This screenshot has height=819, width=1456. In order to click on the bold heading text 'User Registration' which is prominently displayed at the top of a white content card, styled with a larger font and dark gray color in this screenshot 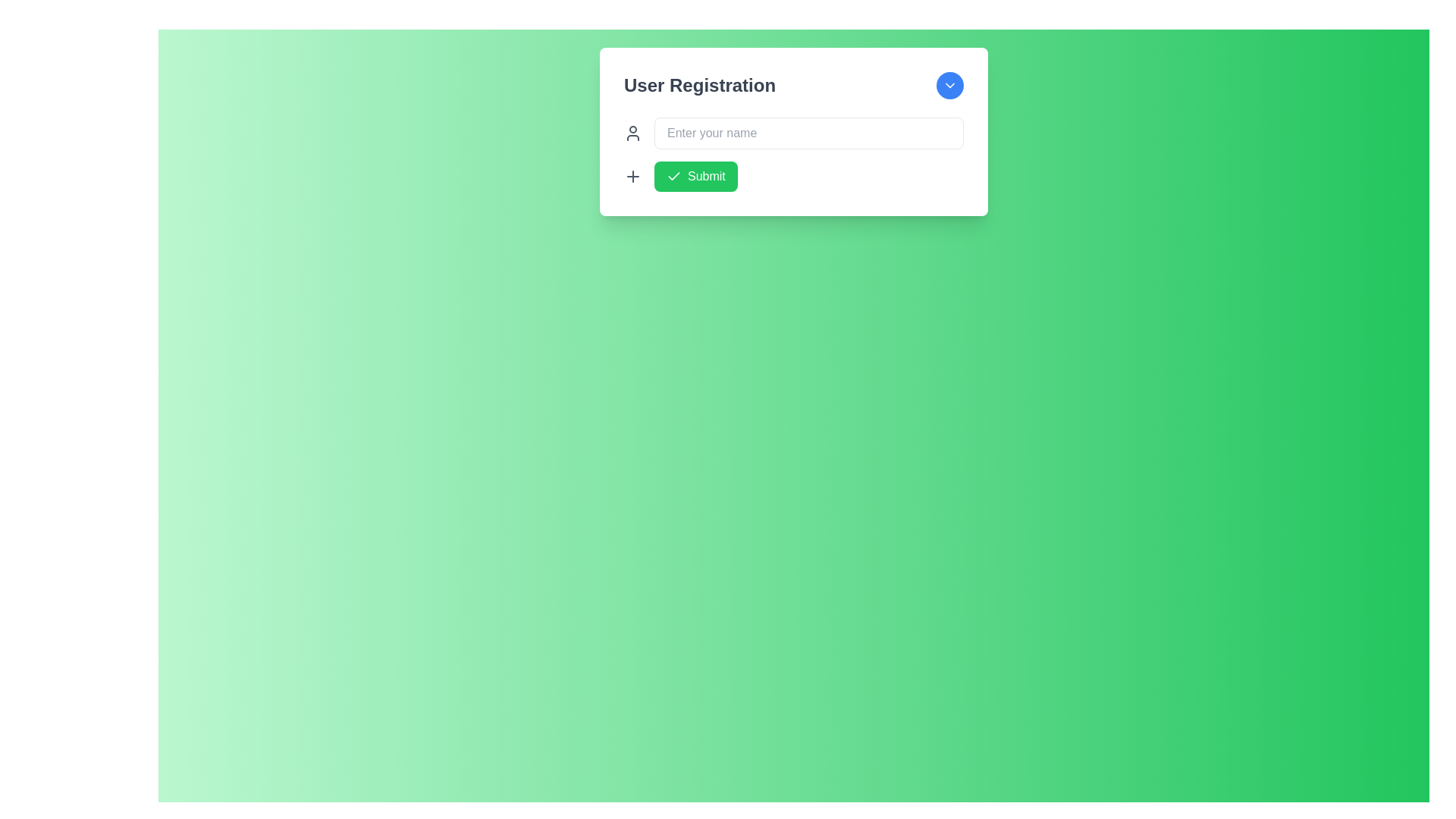, I will do `click(698, 85)`.